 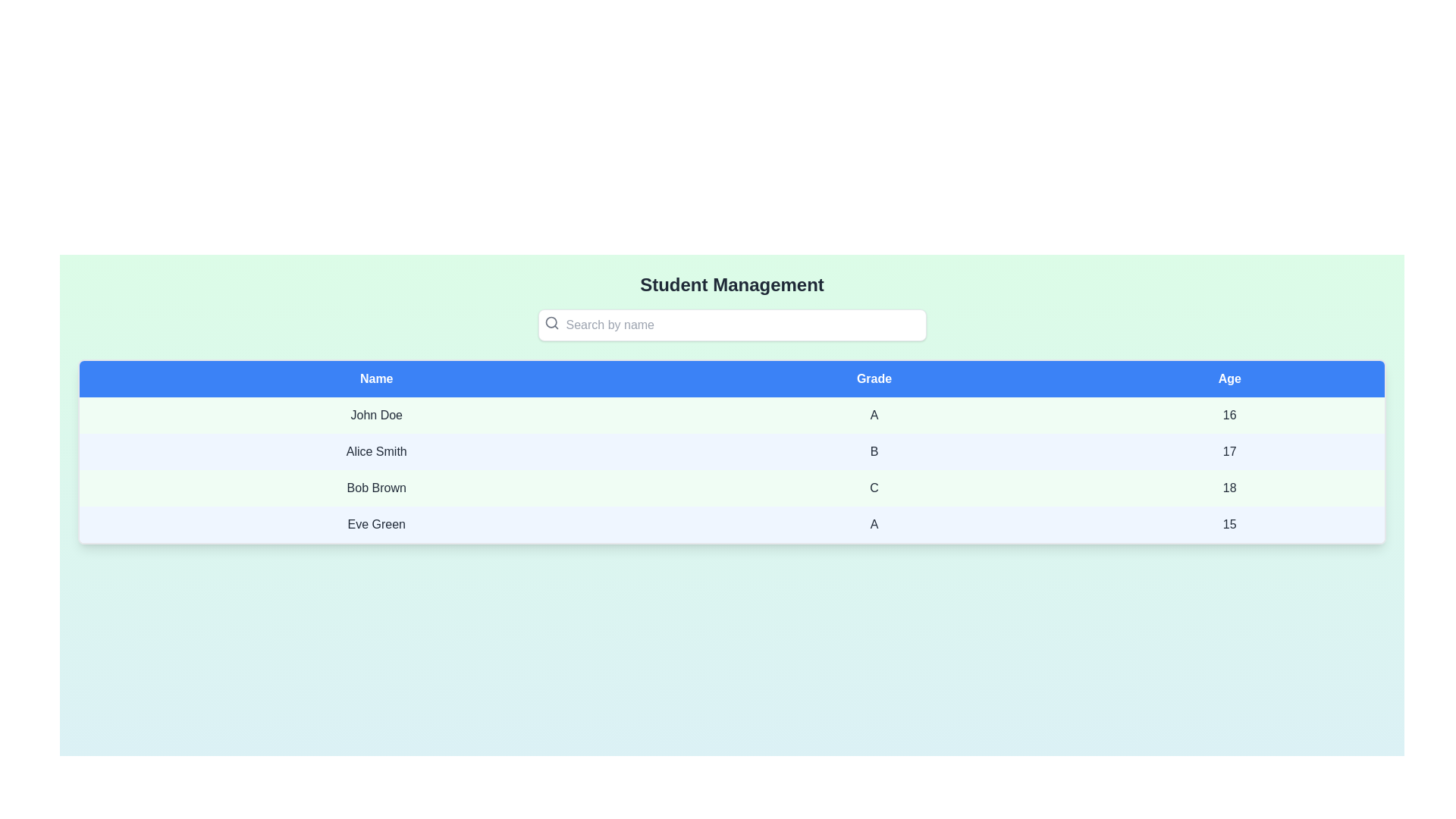 I want to click on the inner circular part of the magnifying glass icon located to the left inside the search bar, so click(x=550, y=322).